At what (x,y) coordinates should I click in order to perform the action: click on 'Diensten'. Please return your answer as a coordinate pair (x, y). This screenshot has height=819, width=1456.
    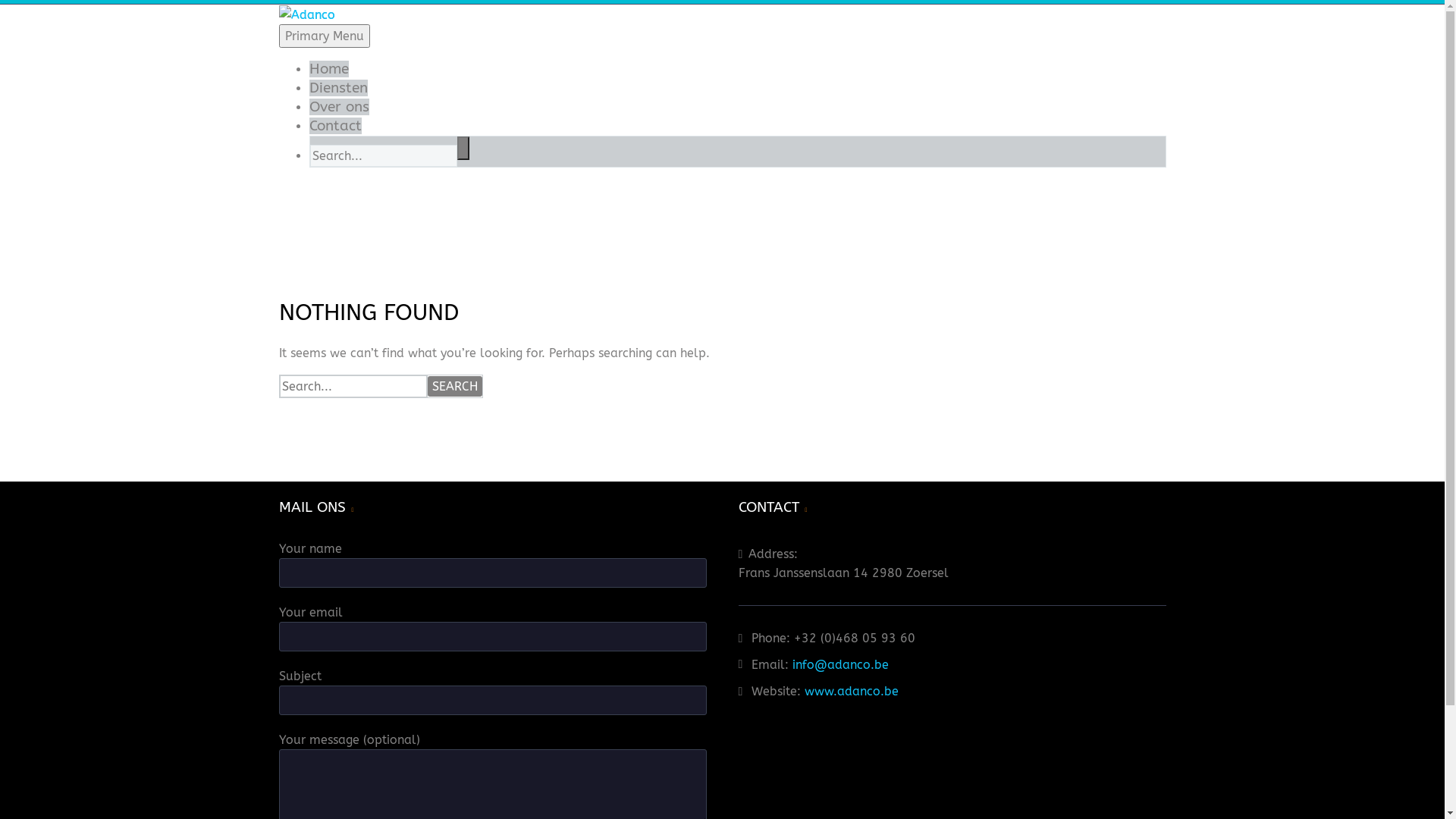
    Looking at the image, I should click on (337, 87).